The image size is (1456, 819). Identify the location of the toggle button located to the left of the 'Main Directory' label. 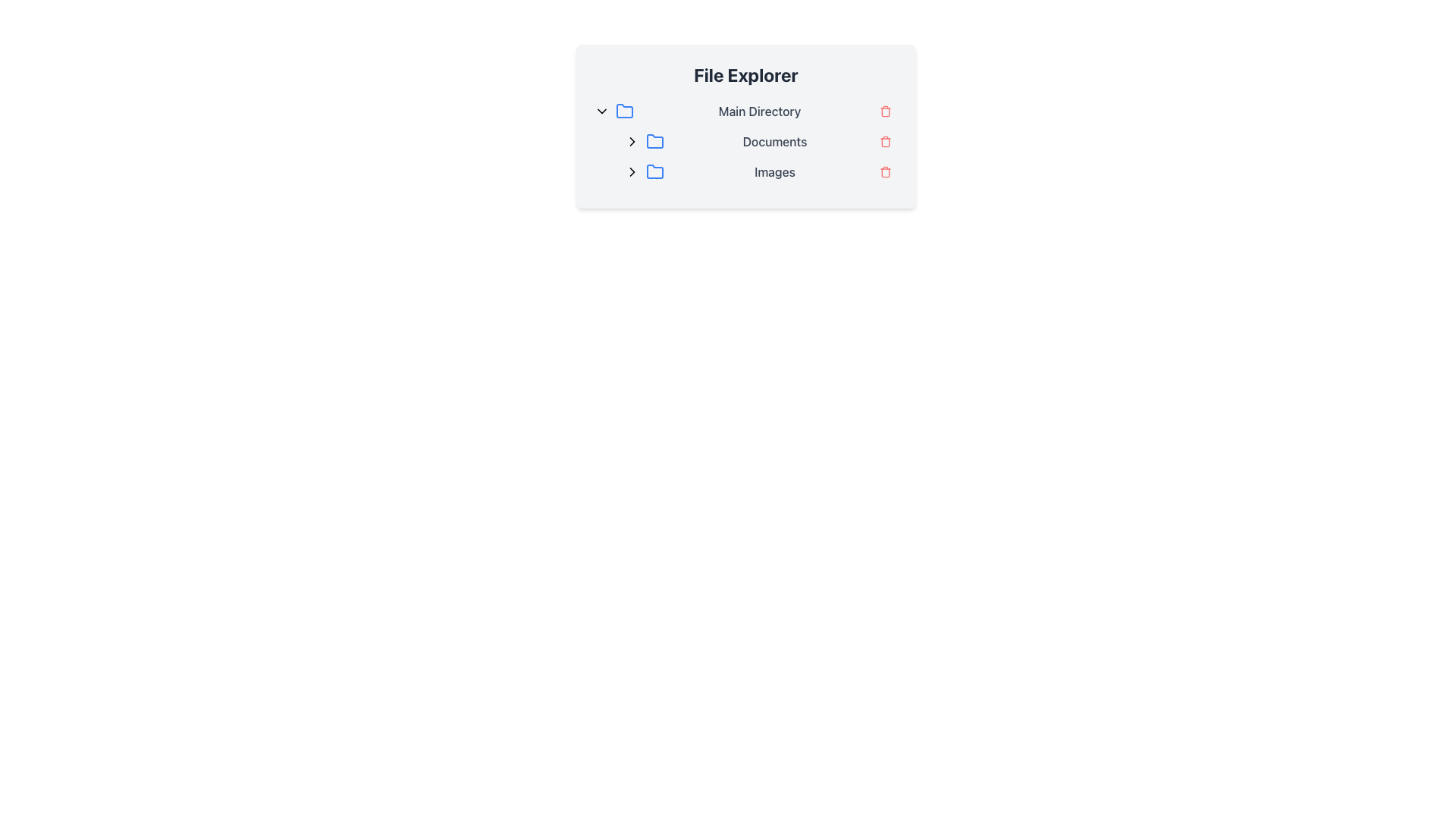
(601, 110).